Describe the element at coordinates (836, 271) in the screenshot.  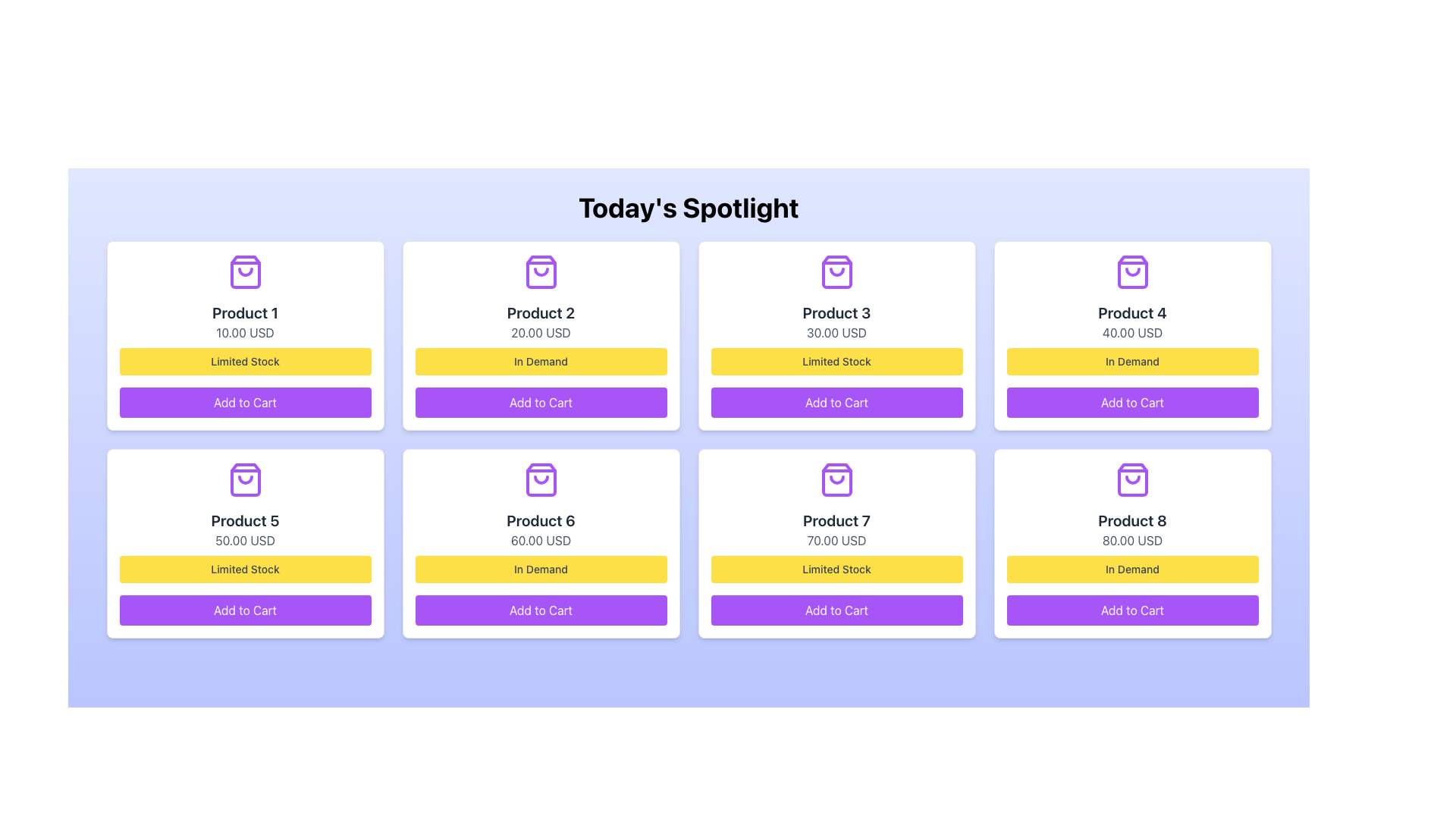
I see `the shopping bag icon with a purple outline located above the text 'Product 3' in the third card of the first row` at that location.